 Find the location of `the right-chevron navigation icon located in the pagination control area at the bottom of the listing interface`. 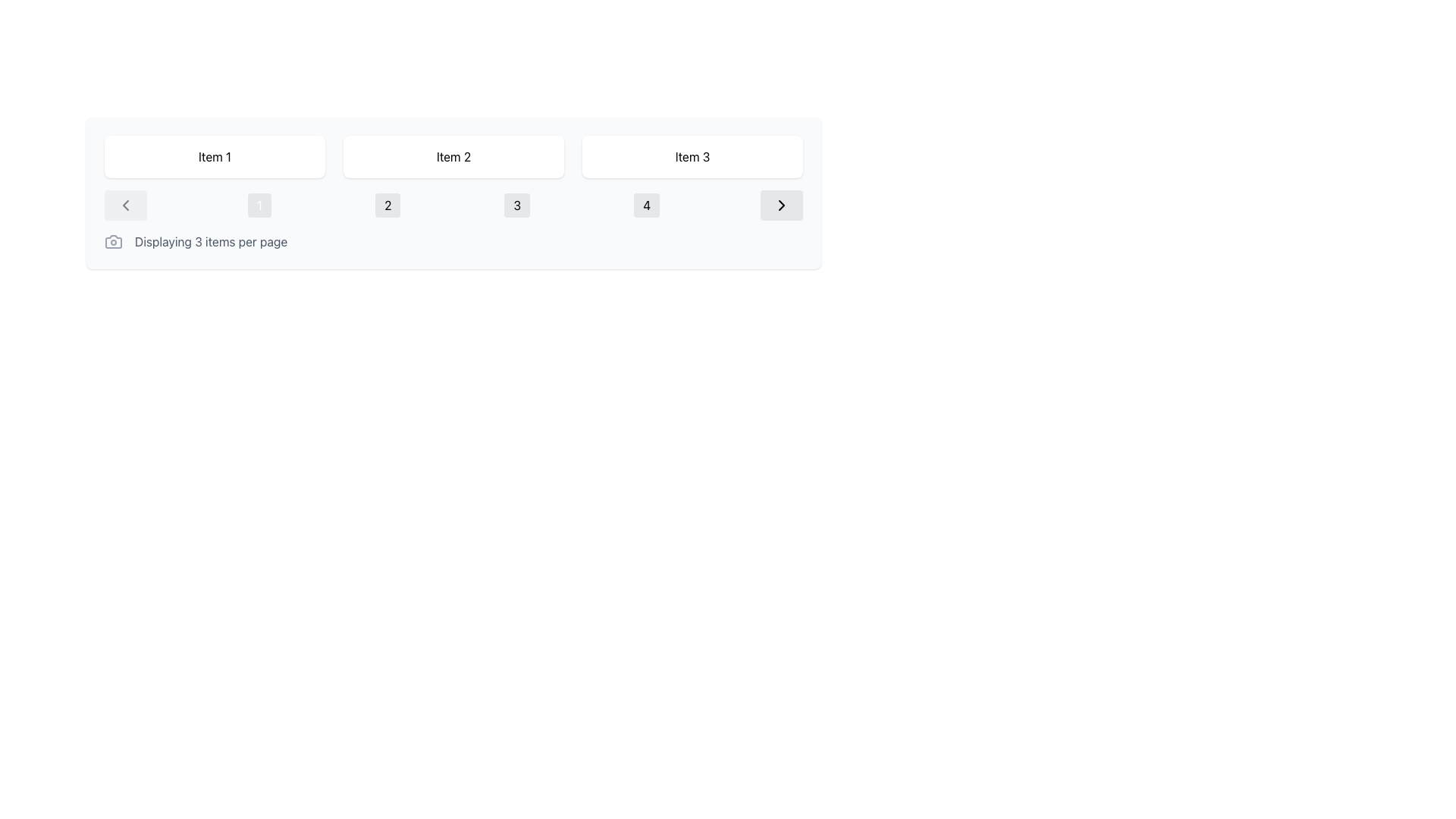

the right-chevron navigation icon located in the pagination control area at the bottom of the listing interface is located at coordinates (782, 205).